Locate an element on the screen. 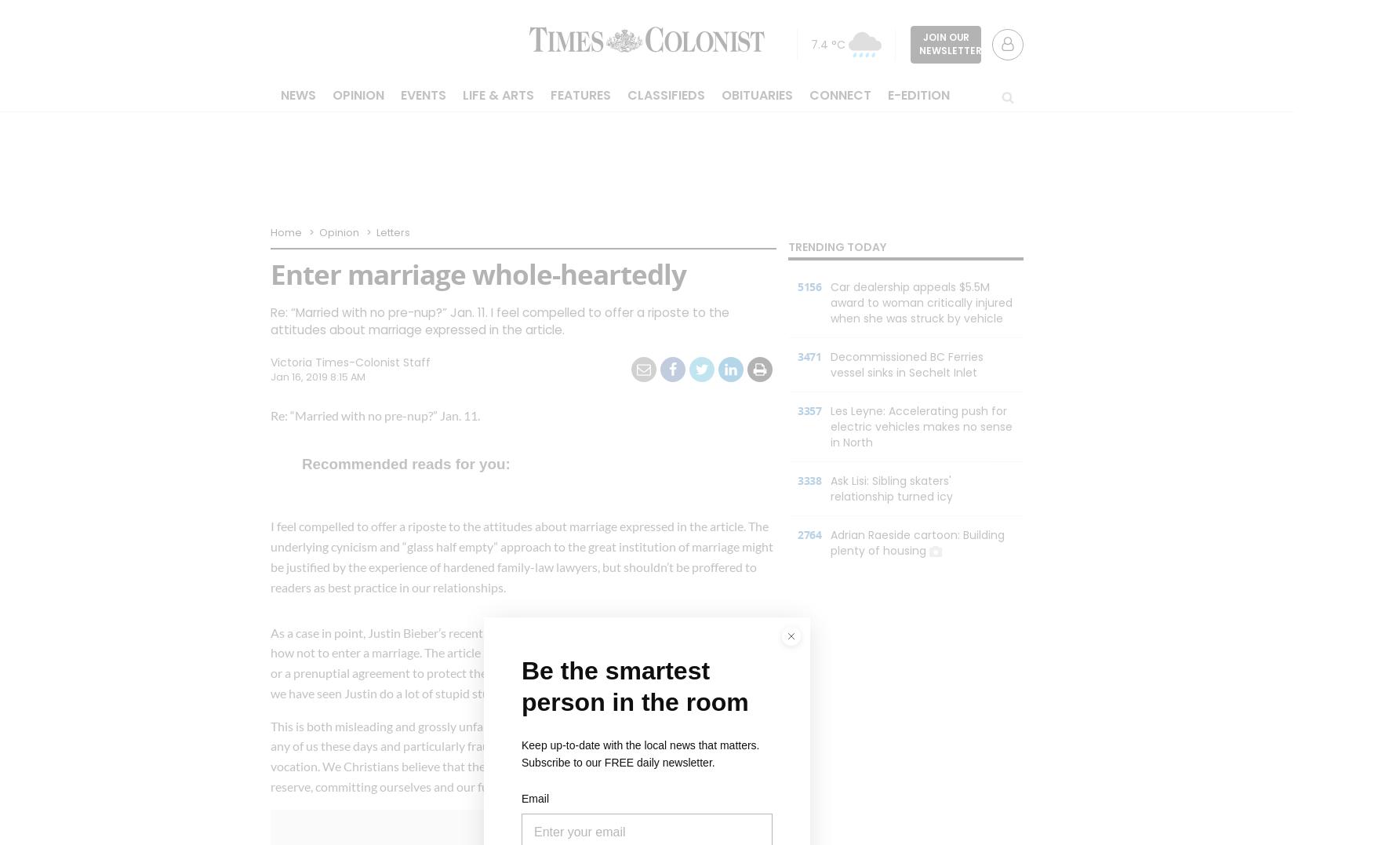 The height and width of the screenshot is (845, 1400). '3357' is located at coordinates (809, 410).